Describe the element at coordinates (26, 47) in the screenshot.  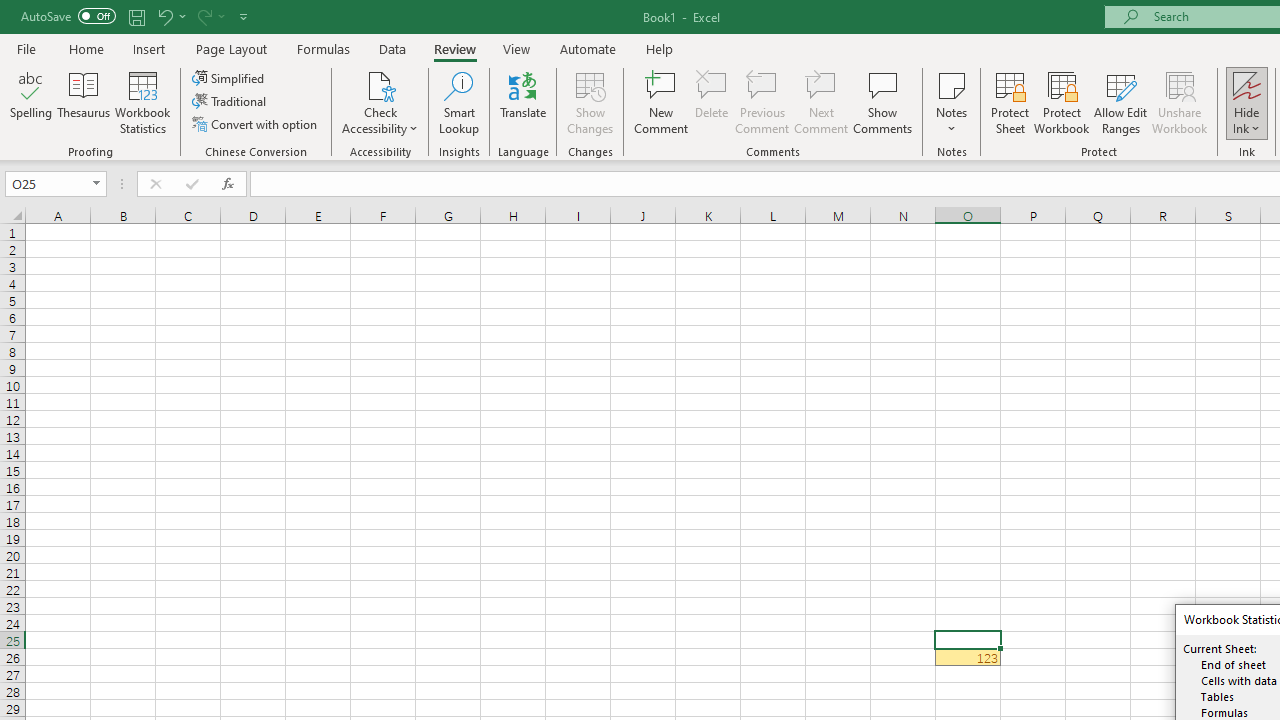
I see `'File Tab'` at that location.